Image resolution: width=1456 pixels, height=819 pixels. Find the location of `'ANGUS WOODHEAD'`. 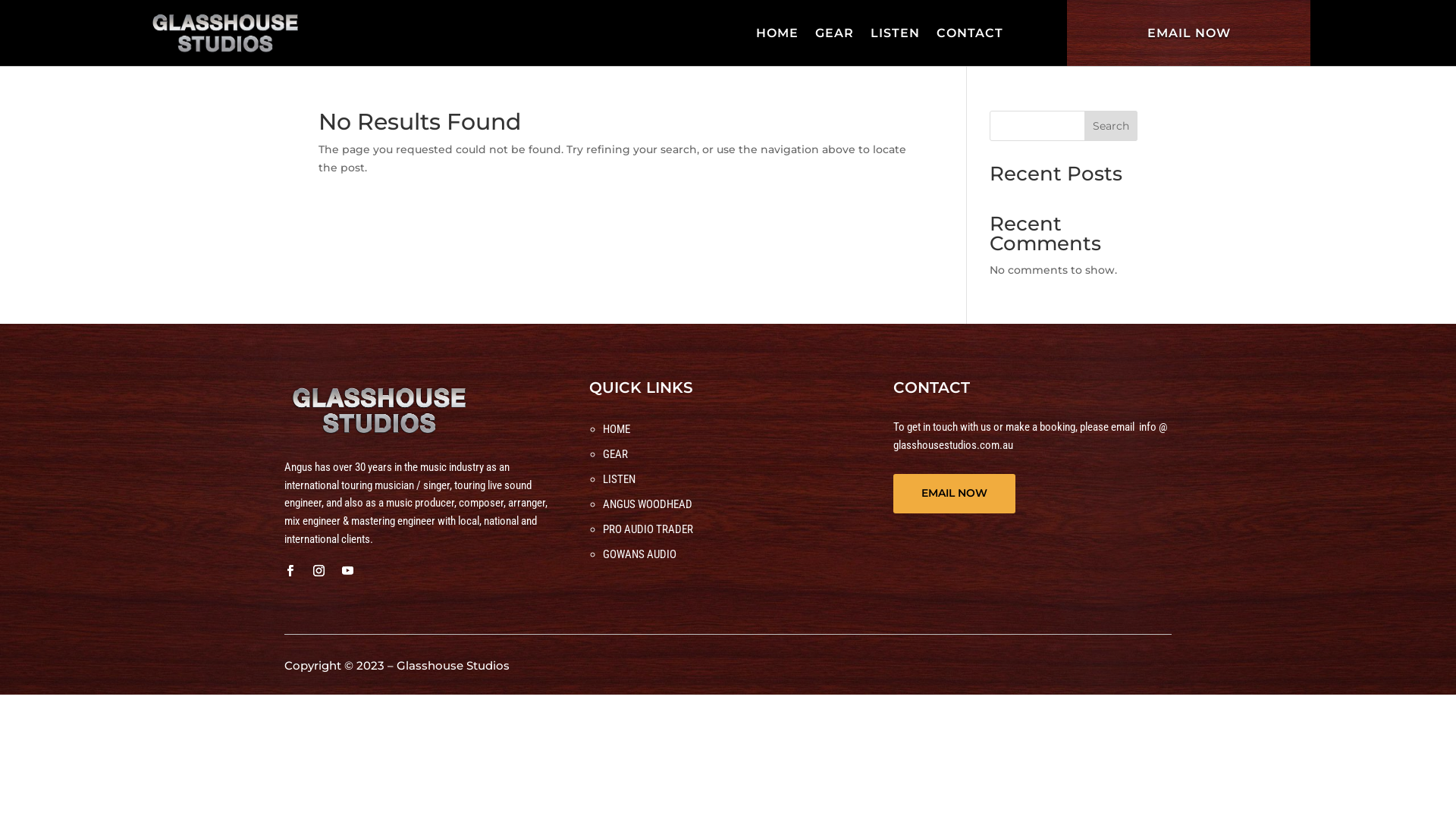

'ANGUS WOODHEAD' is located at coordinates (648, 504).